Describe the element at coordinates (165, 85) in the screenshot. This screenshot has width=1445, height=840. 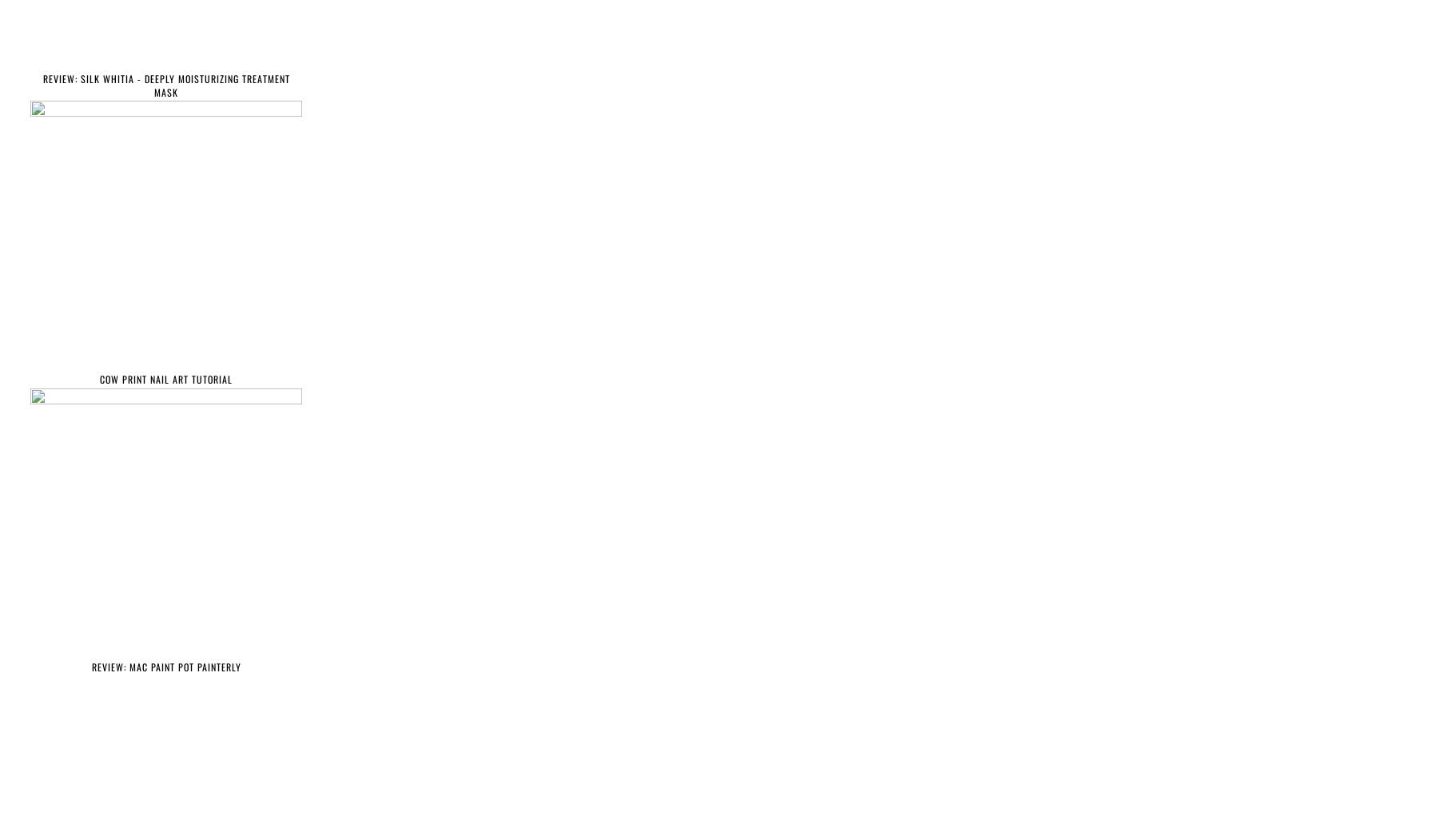
I see `'Review: Silk Whitia - Deeply Moisturizing Treatment Mask'` at that location.